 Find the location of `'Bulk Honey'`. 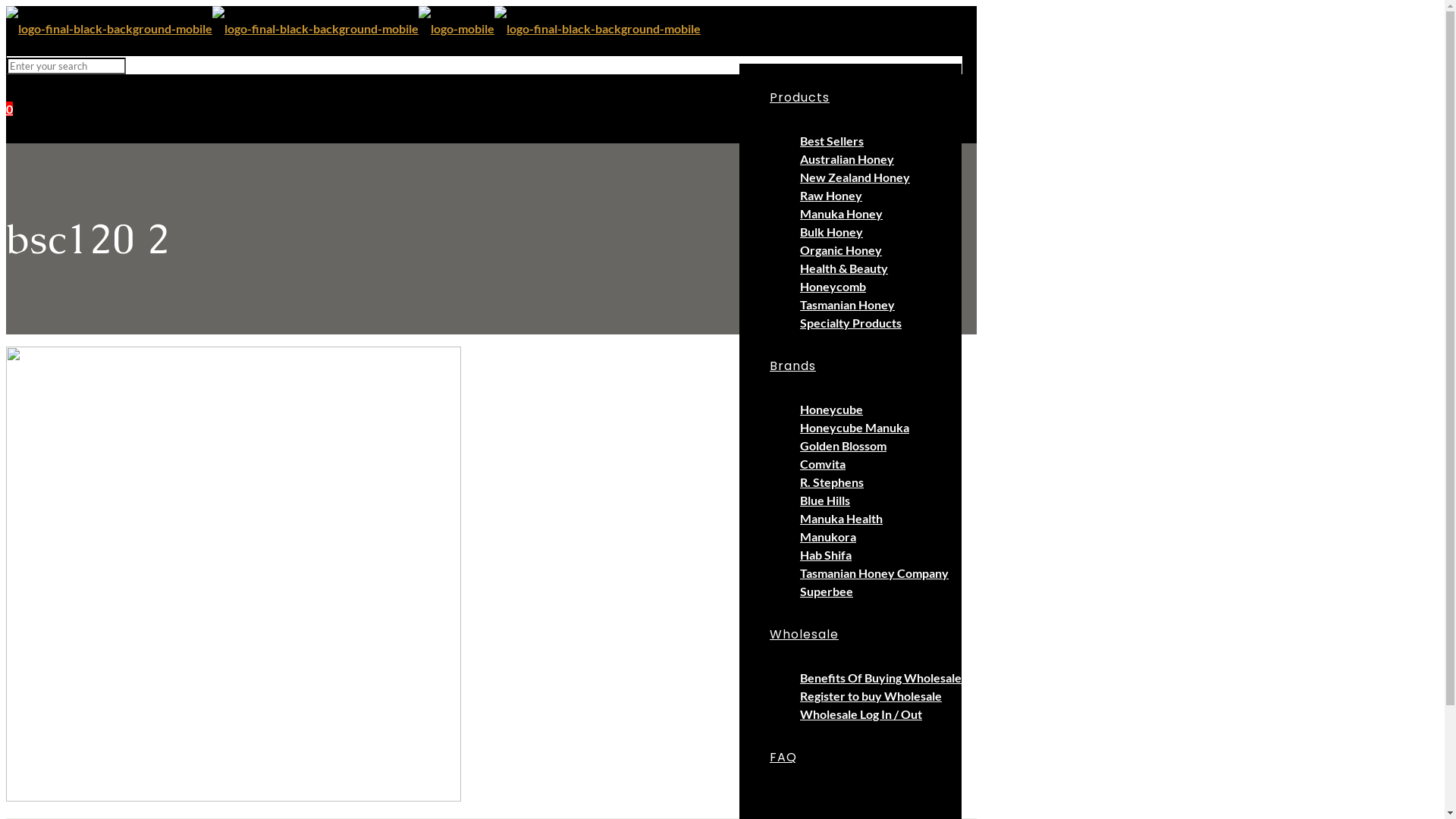

'Bulk Honey' is located at coordinates (799, 231).